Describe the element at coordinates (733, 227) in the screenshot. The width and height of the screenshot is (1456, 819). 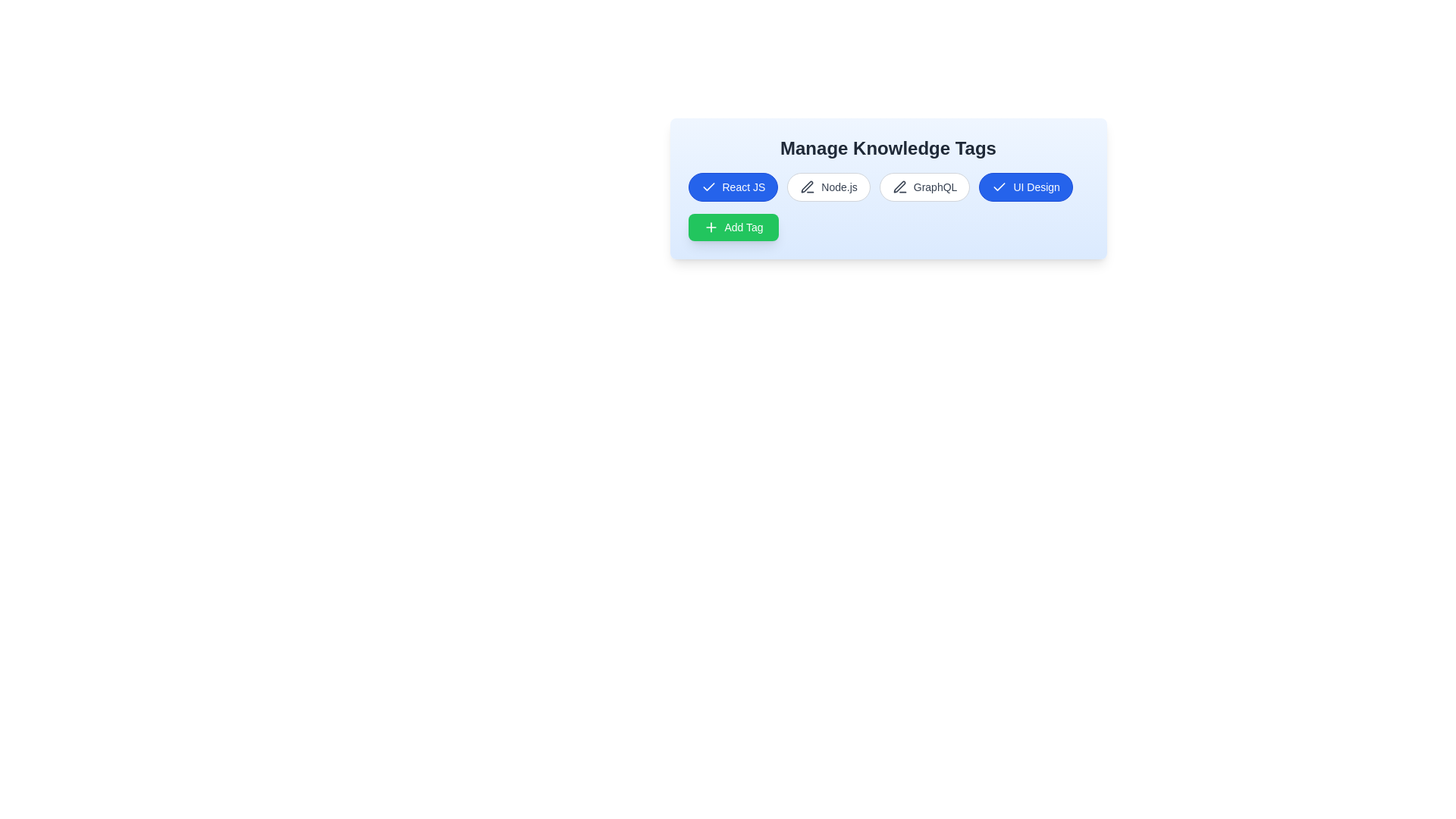
I see `the 'Add Tag' button to add a new tag` at that location.